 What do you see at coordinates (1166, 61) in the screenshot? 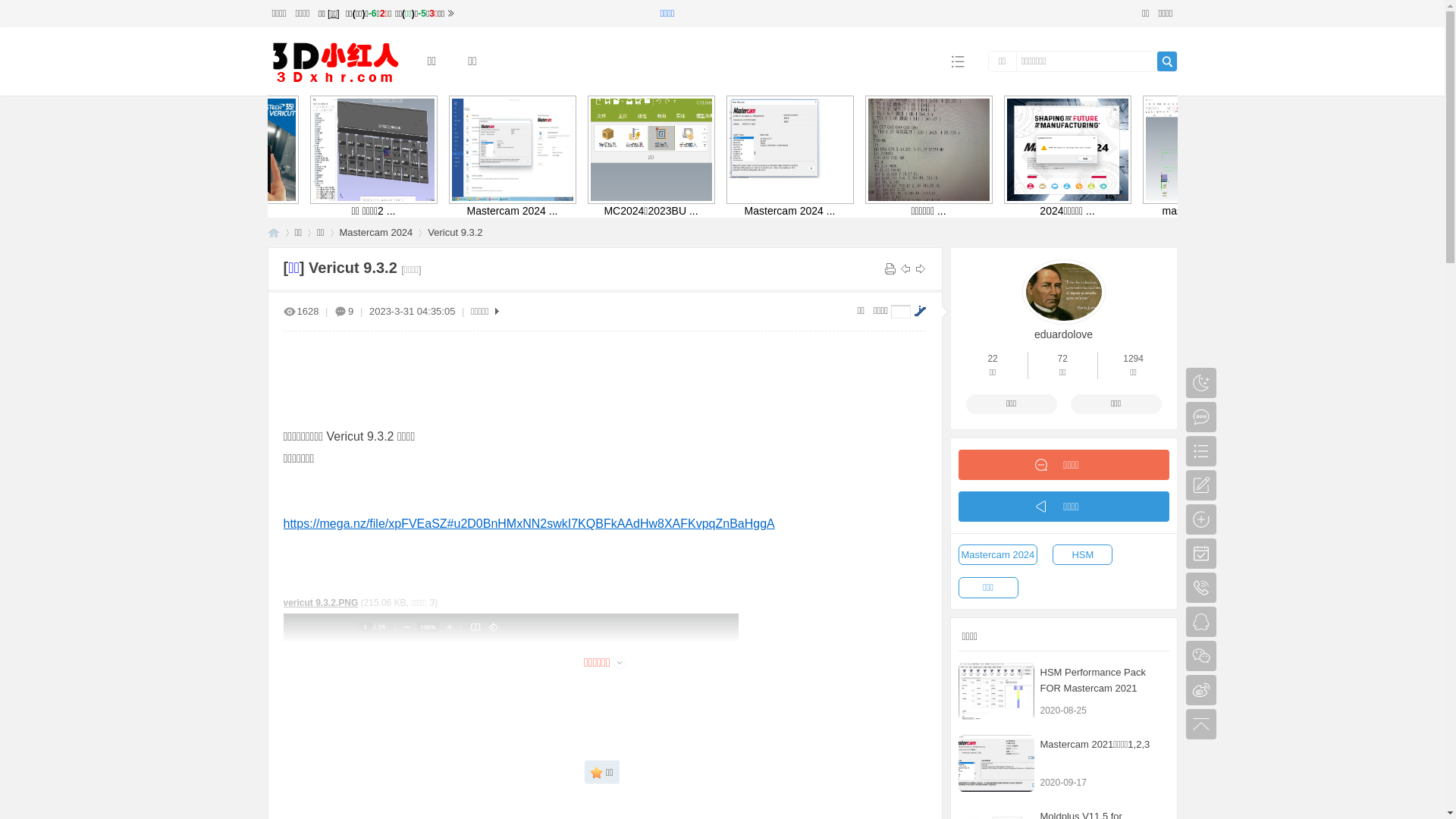
I see `'true'` at bounding box center [1166, 61].